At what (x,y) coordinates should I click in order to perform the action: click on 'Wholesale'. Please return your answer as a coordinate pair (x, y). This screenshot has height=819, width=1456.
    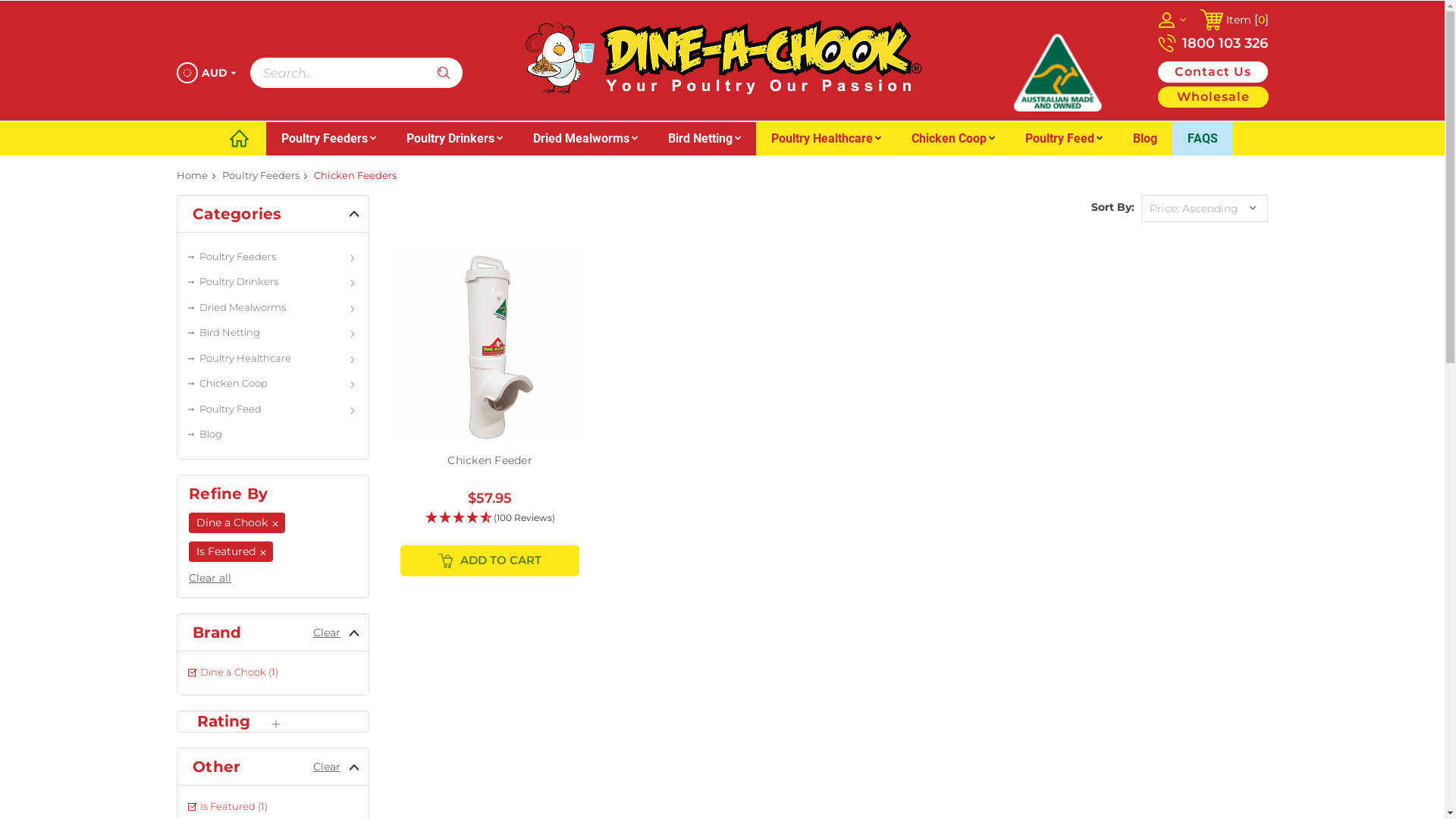
    Looking at the image, I should click on (1211, 96).